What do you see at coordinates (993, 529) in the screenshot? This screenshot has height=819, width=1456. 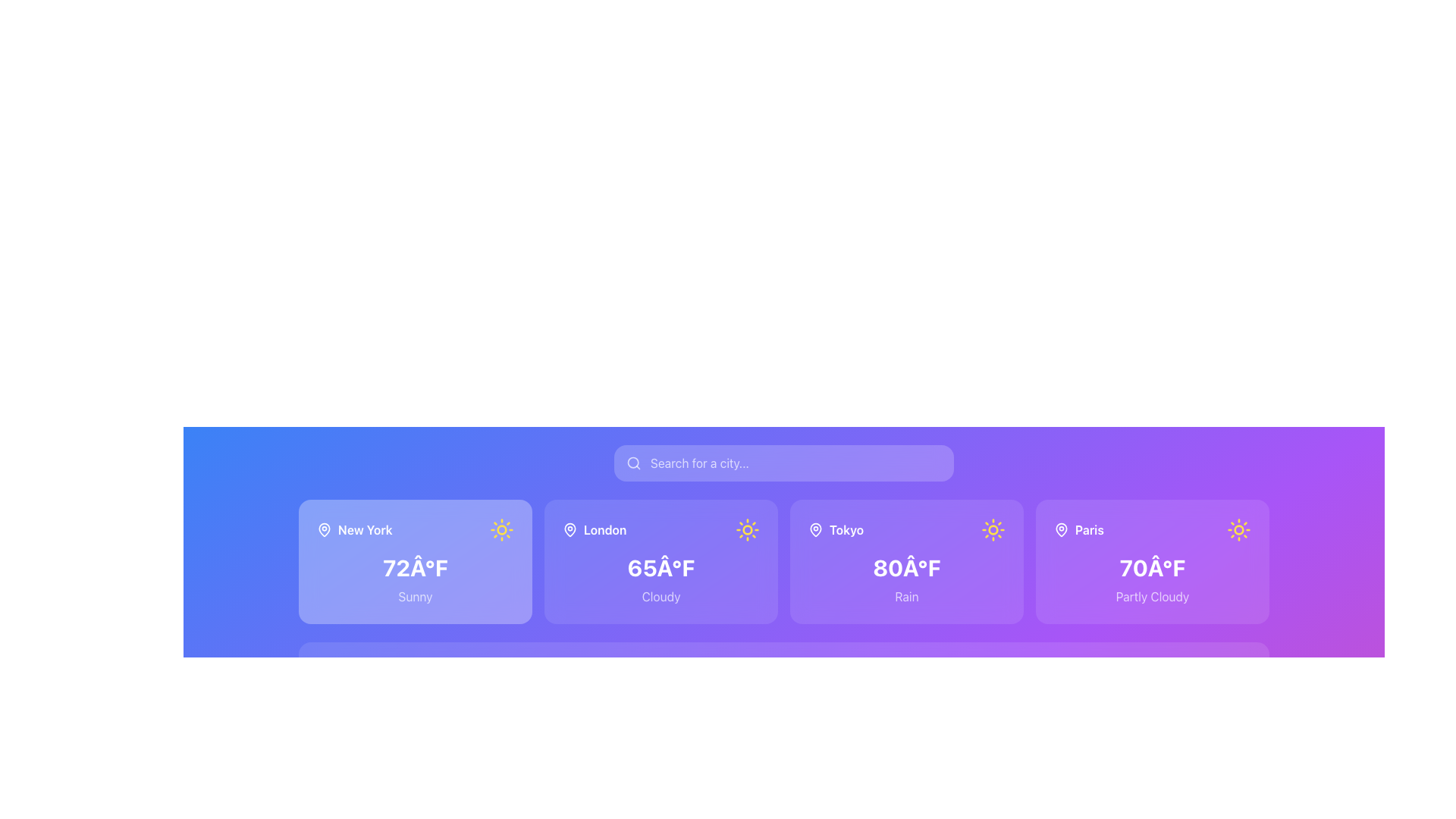 I see `the inner core of the sun icon representing sunny weather conditions on the 'Tokyo' weather card, located at the top-right corner` at bounding box center [993, 529].